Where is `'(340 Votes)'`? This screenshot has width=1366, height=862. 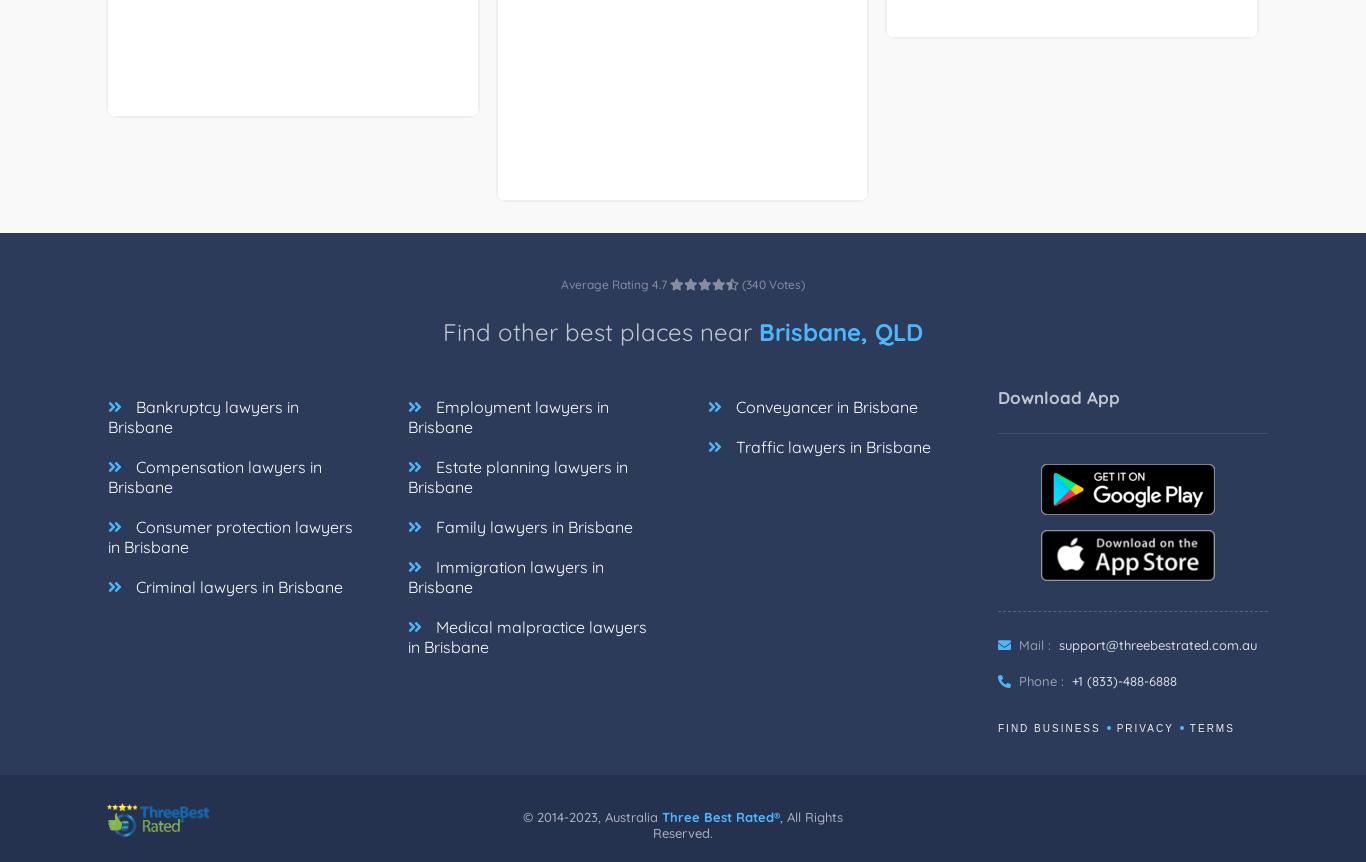 '(340 Votes)' is located at coordinates (772, 306).